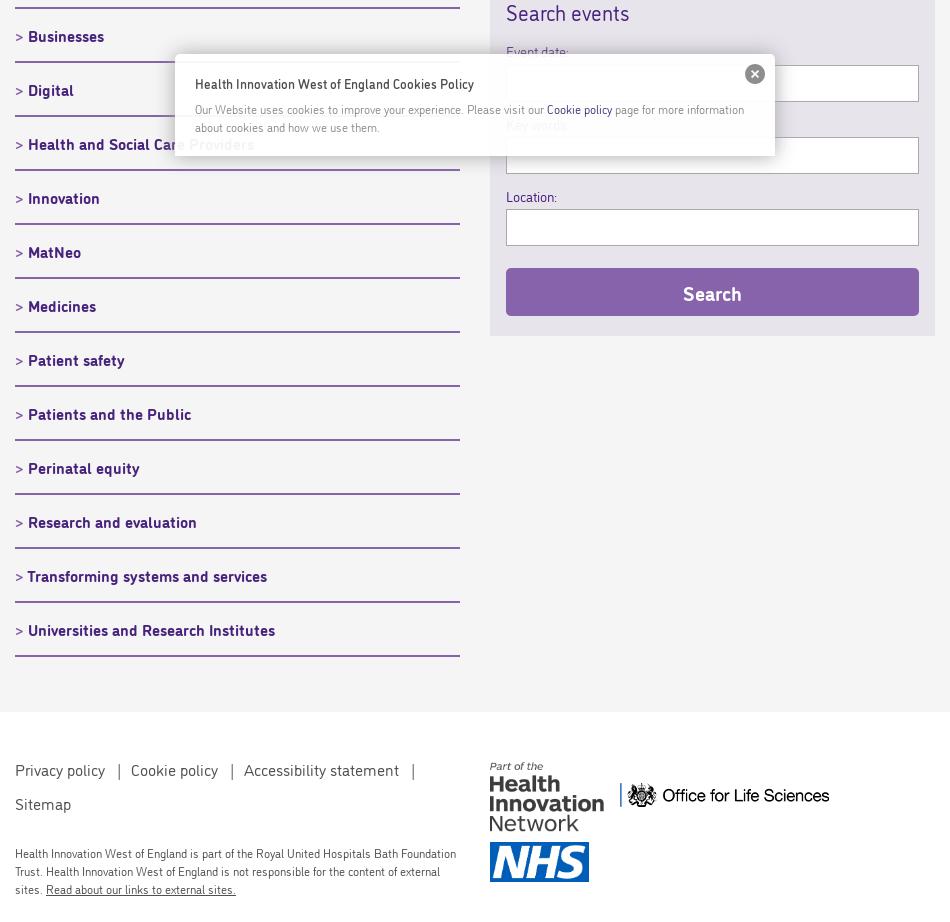 This screenshot has height=922, width=950. Describe the element at coordinates (112, 521) in the screenshot. I see `'Research and evaluation'` at that location.